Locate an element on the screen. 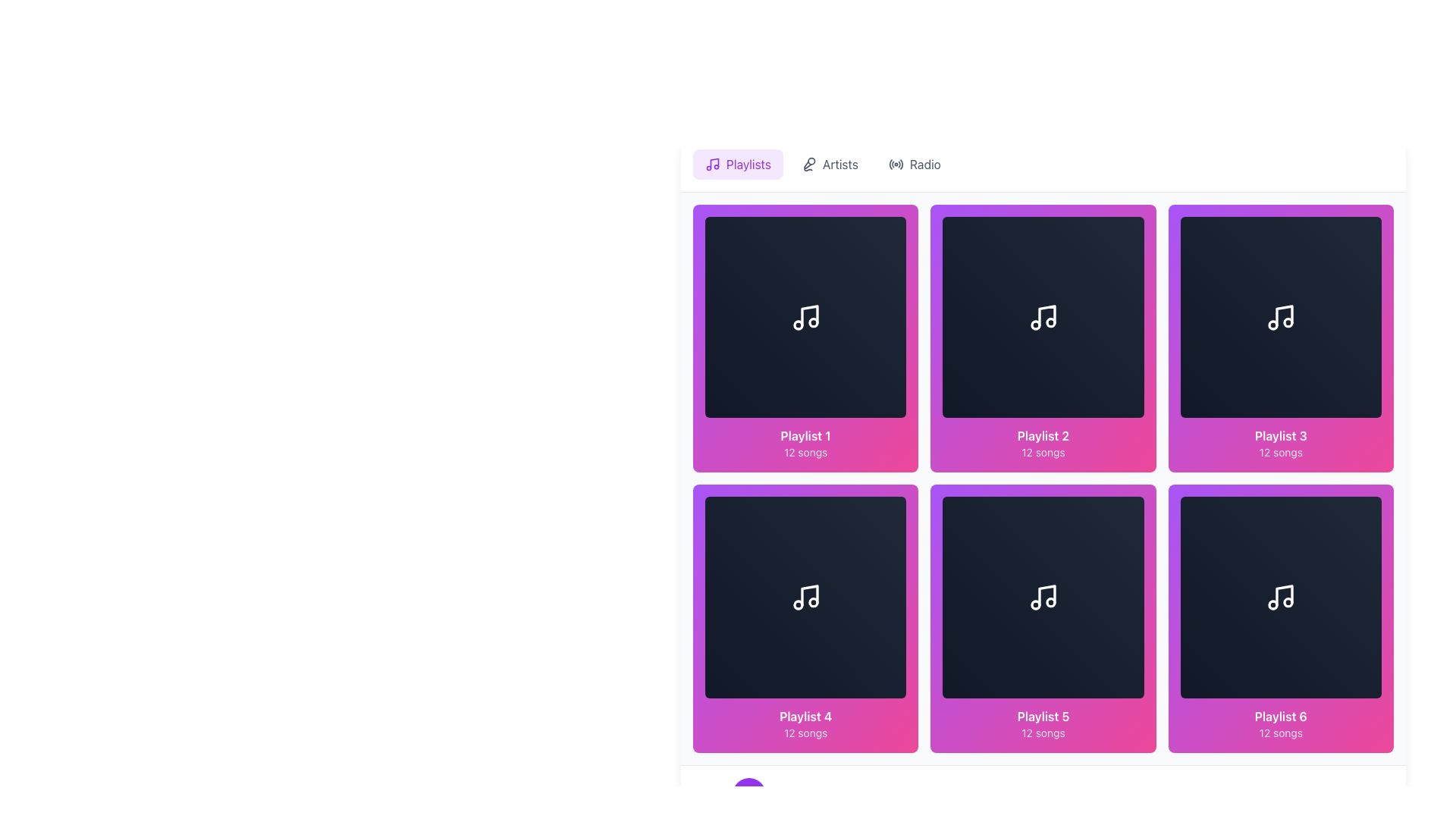 Image resolution: width=1456 pixels, height=819 pixels. the dark square icon with a musical note, located above the 'Playlist 5' title and '12 songs' subtitle in the fifth grid position is located at coordinates (1043, 596).